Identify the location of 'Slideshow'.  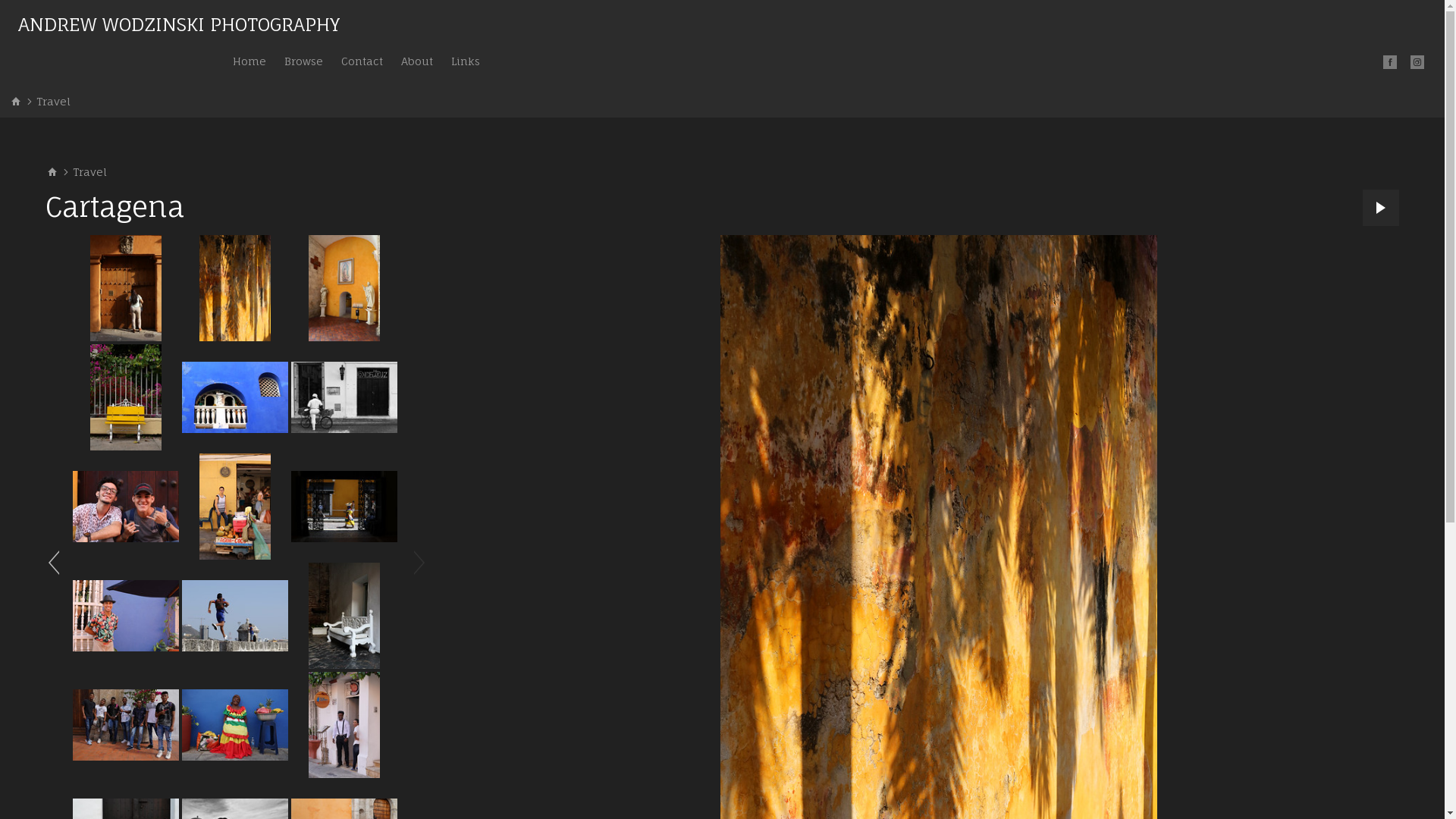
(1380, 207).